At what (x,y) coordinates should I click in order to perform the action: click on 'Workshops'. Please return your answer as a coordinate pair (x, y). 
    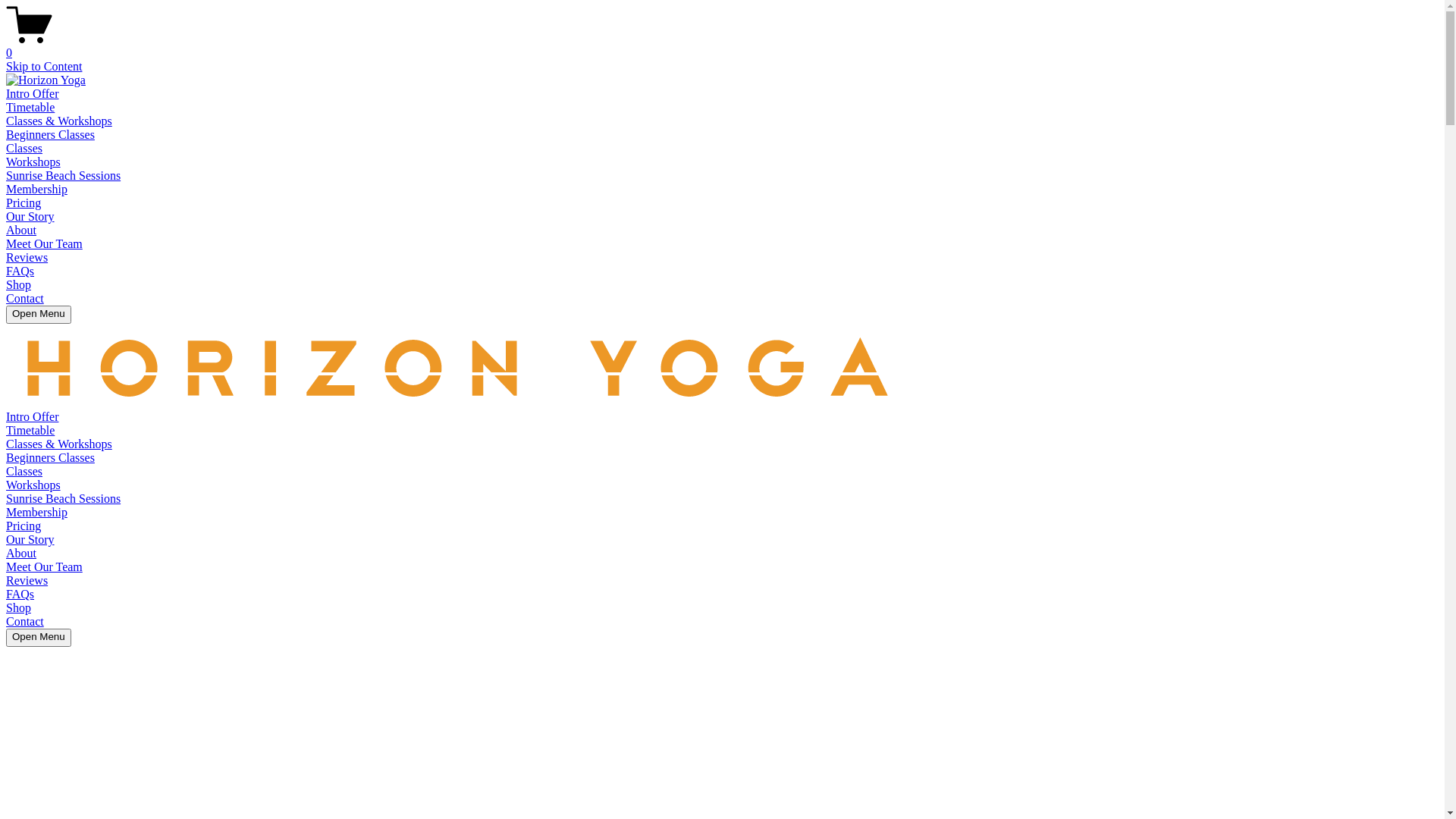
    Looking at the image, I should click on (33, 485).